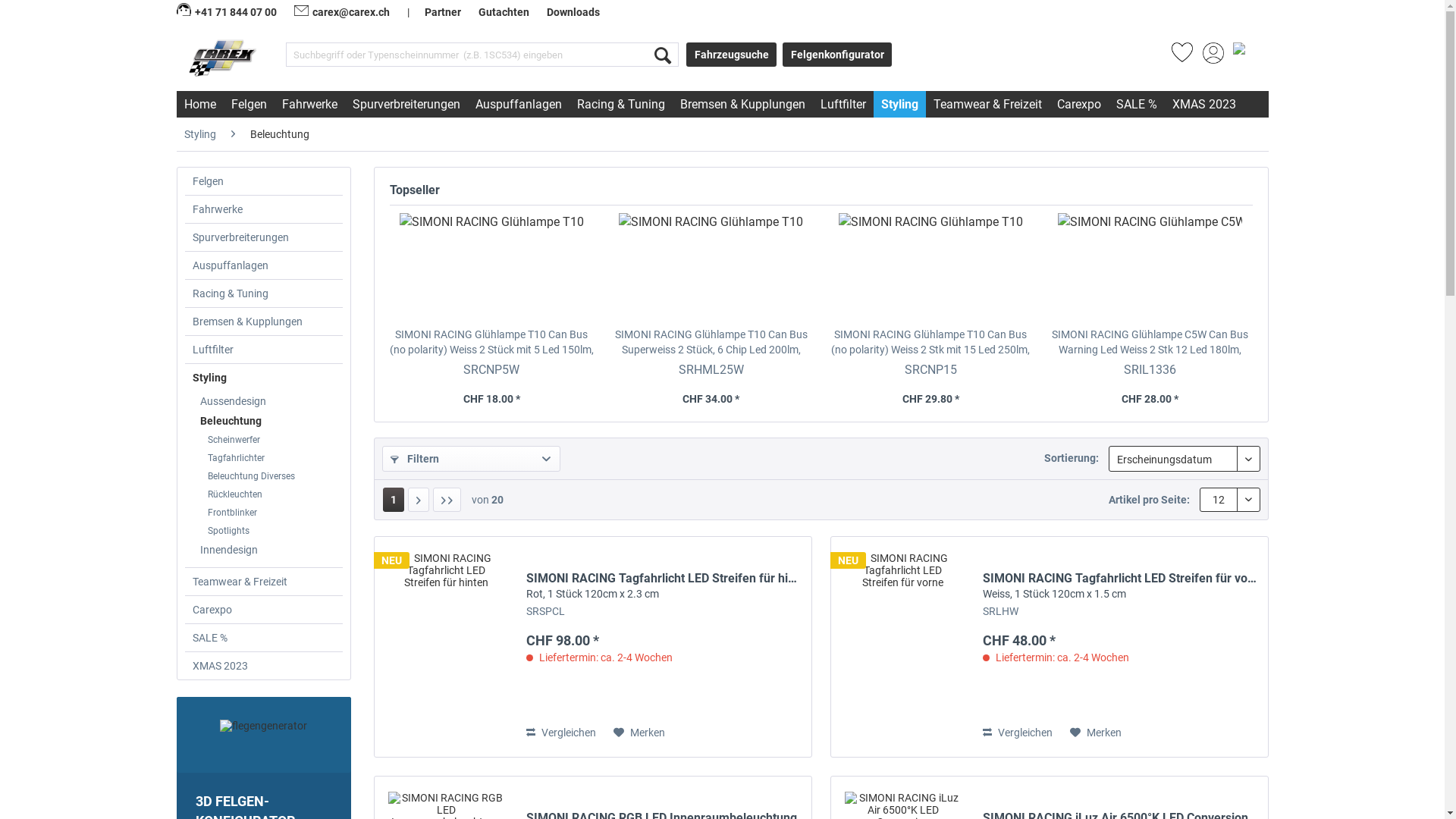 This screenshot has height=819, width=1456. I want to click on 'Frontblinker', so click(271, 512).